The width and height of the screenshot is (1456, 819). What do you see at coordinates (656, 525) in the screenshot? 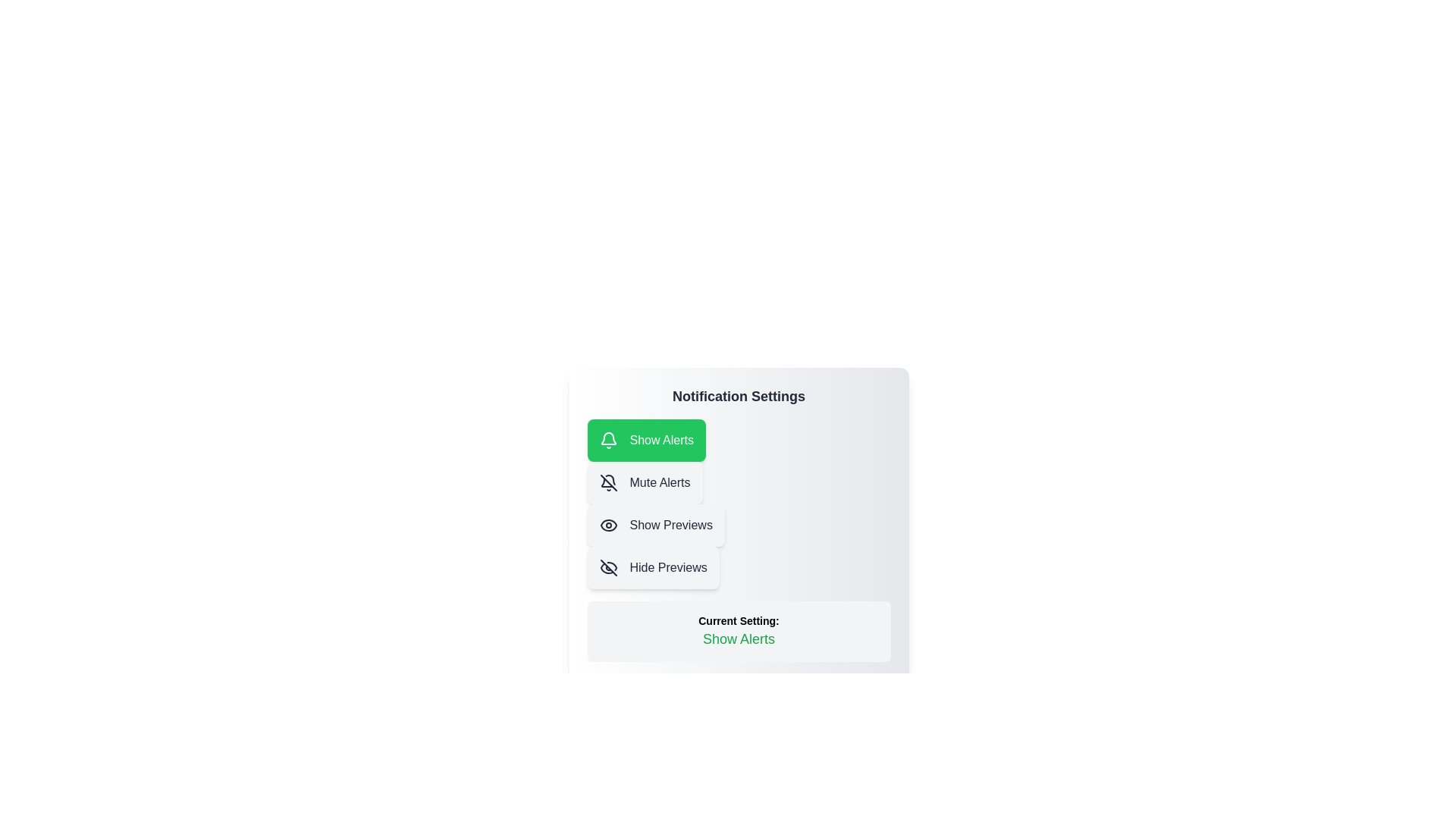
I see `the notification setting Show Previews by clicking the corresponding button` at bounding box center [656, 525].